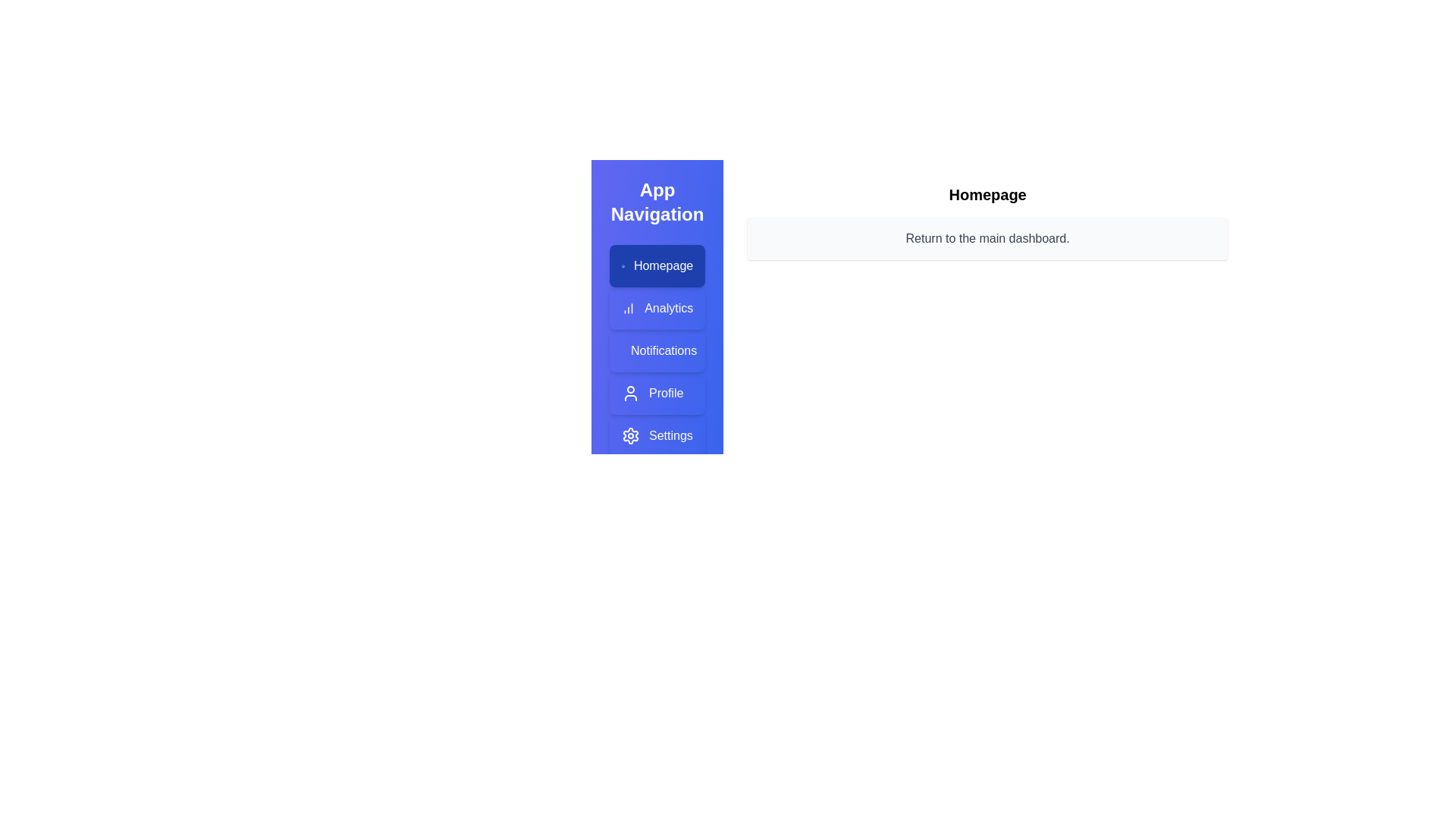  What do you see at coordinates (657, 435) in the screenshot?
I see `the fifth button in the vertical navigation menu on the left` at bounding box center [657, 435].